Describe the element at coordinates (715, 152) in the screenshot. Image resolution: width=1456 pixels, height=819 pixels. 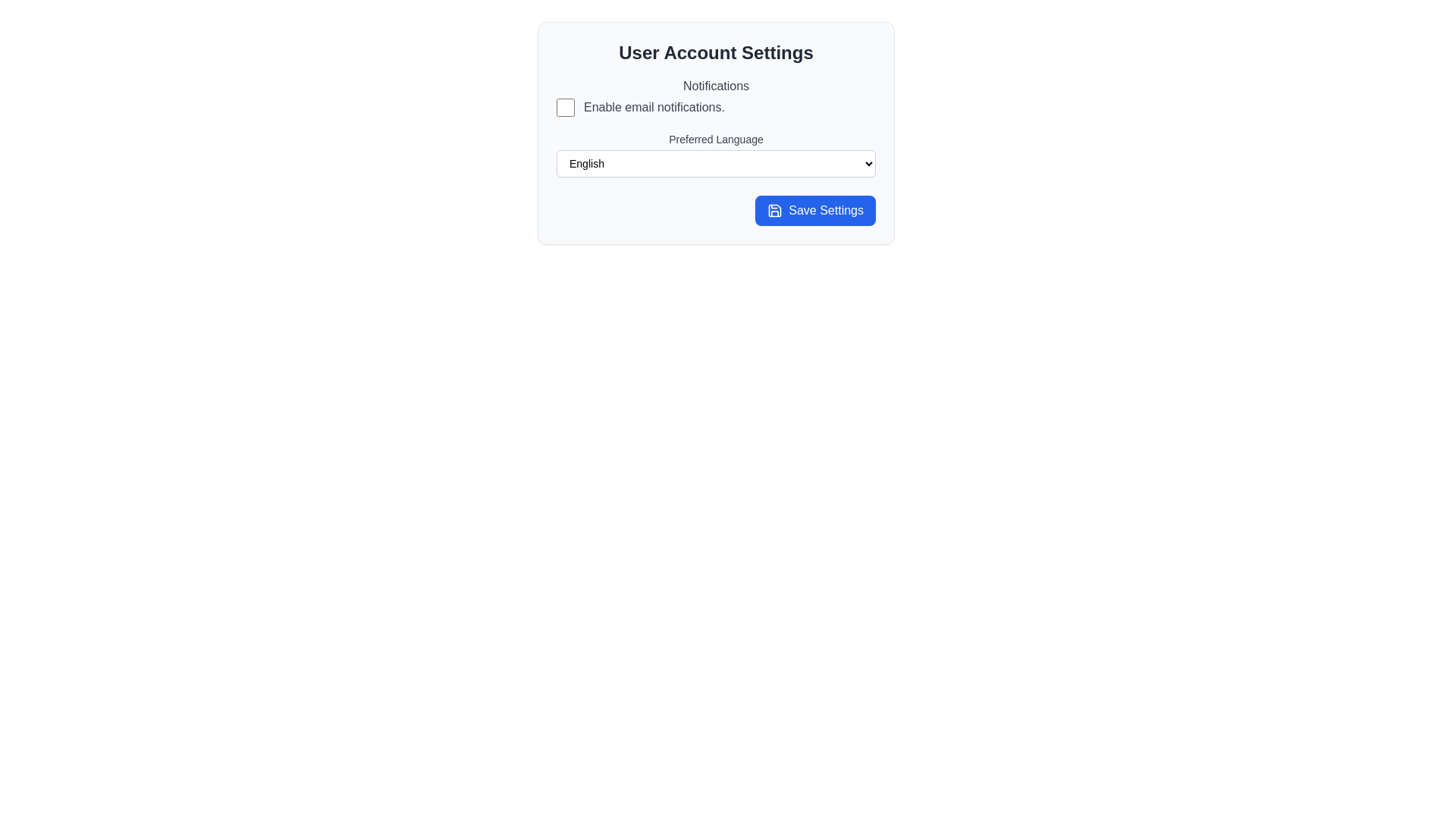
I see `an option from the dropdown menu located in the 'User Account Settings' form under the 'Notifications' label, which follows the 'Enable email notifications' checkbox` at that location.